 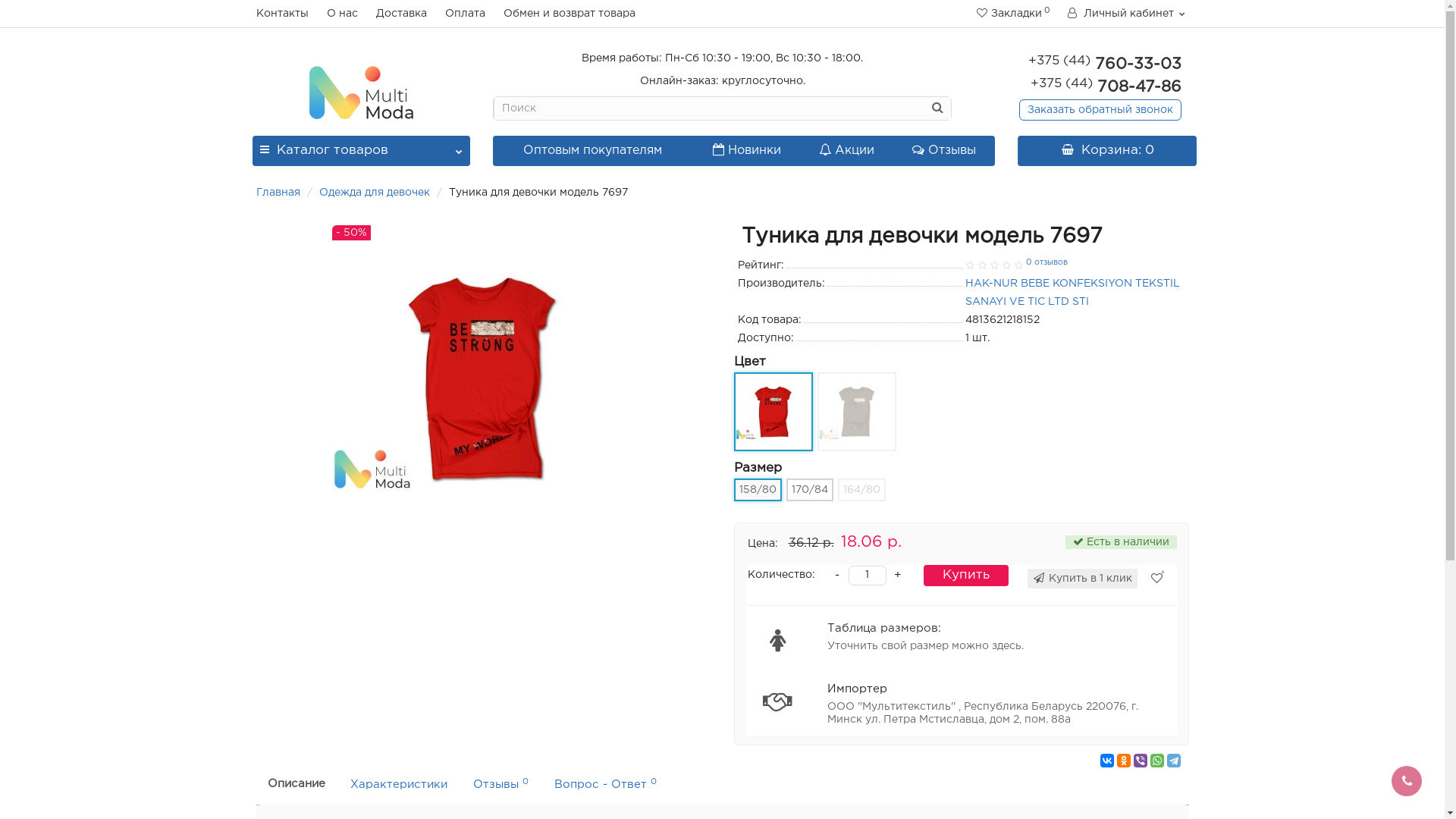 What do you see at coordinates (1072, 292) in the screenshot?
I see `'HAK-NUR BEBE KONFEKSIYON TEKSTIL SANAYI VE TIC LTD STI'` at bounding box center [1072, 292].